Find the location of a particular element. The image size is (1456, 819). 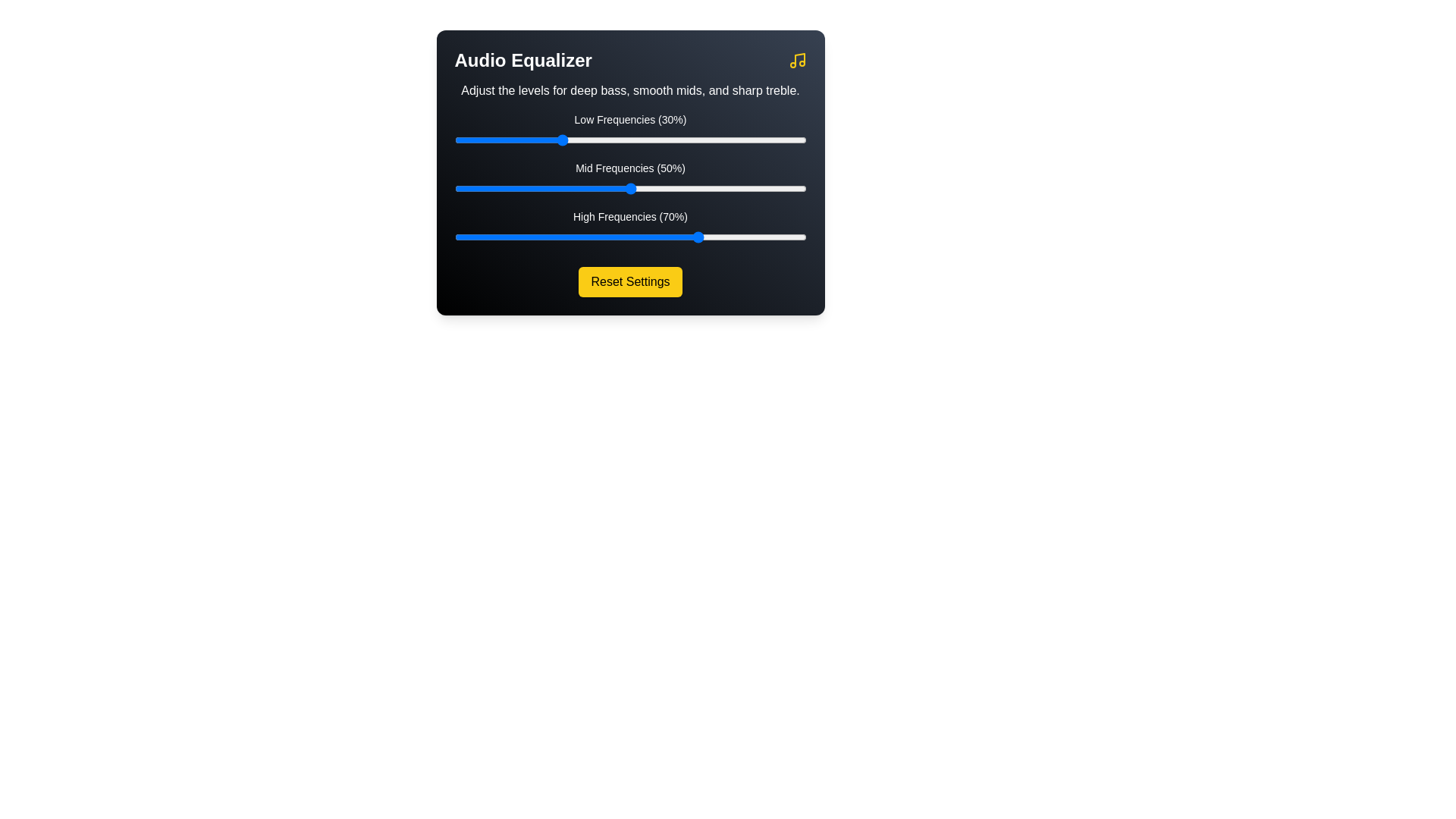

the high frequency slider to 70% is located at coordinates (700, 237).